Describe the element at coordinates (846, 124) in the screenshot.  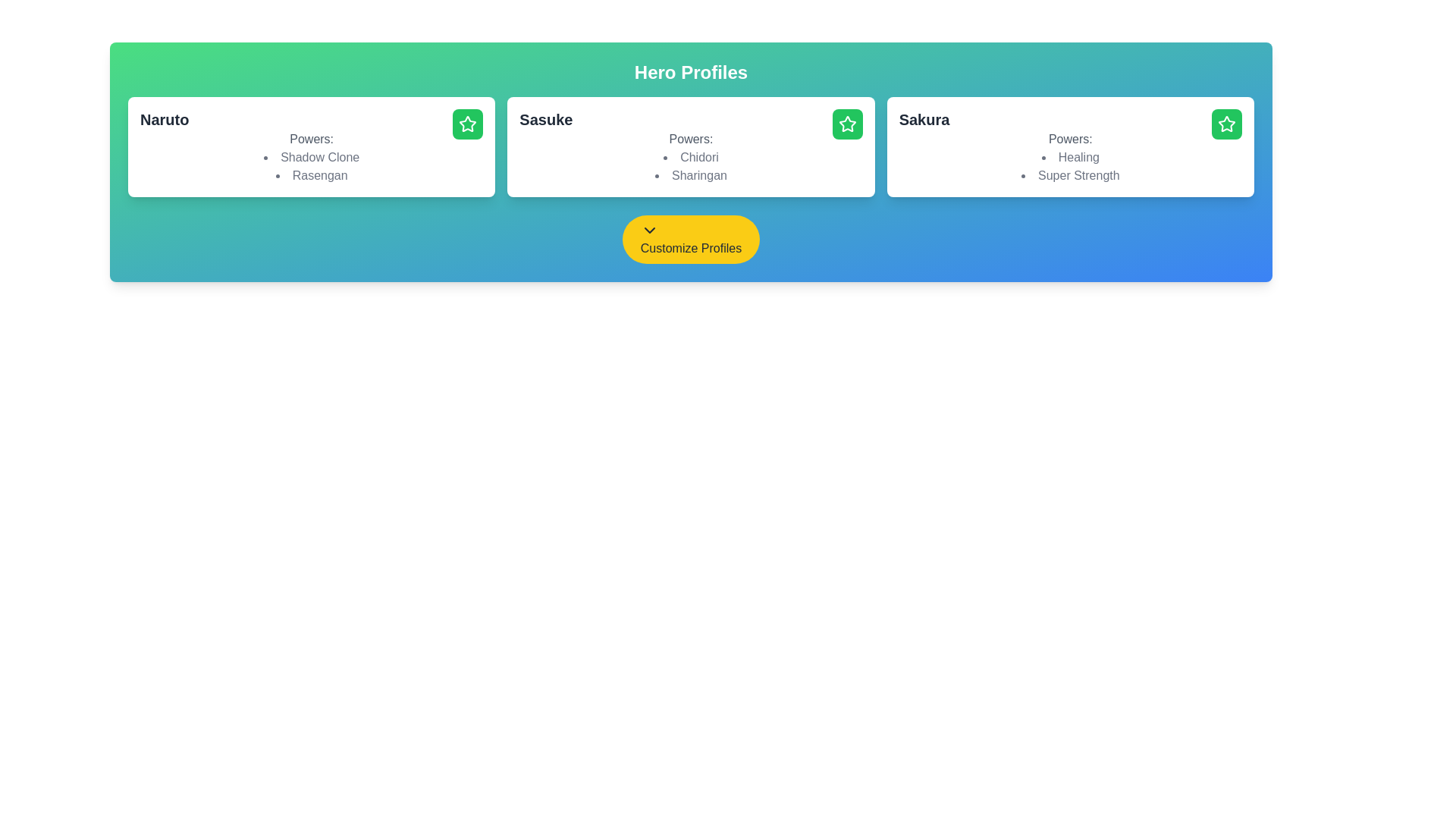
I see `the favorite button located in the top-right corner of the Sasuke profile card, which is above the text 'Powers: Chidori Sharingan'` at that location.